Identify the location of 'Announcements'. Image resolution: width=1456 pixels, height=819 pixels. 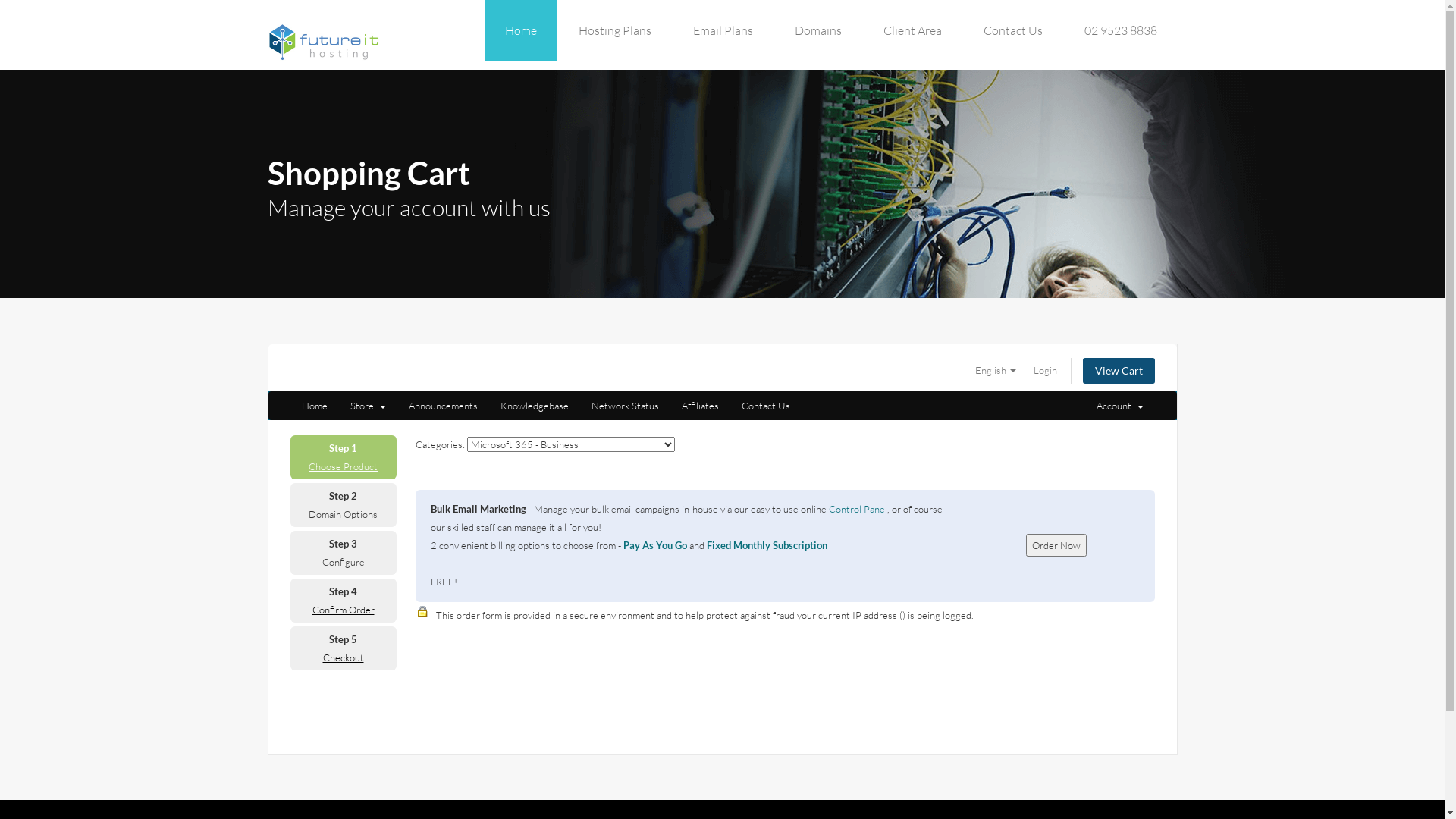
(442, 405).